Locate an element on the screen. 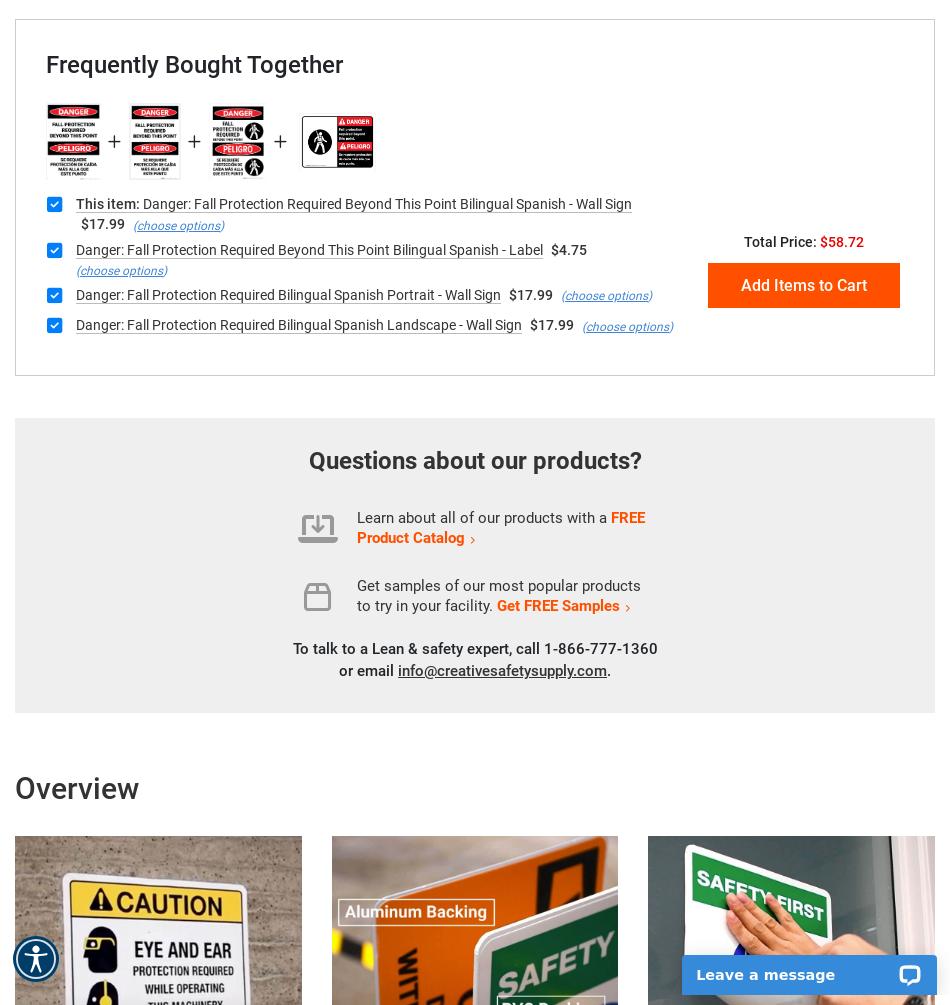 This screenshot has height=1005, width=950. '1-866-777-1360' is located at coordinates (600, 647).